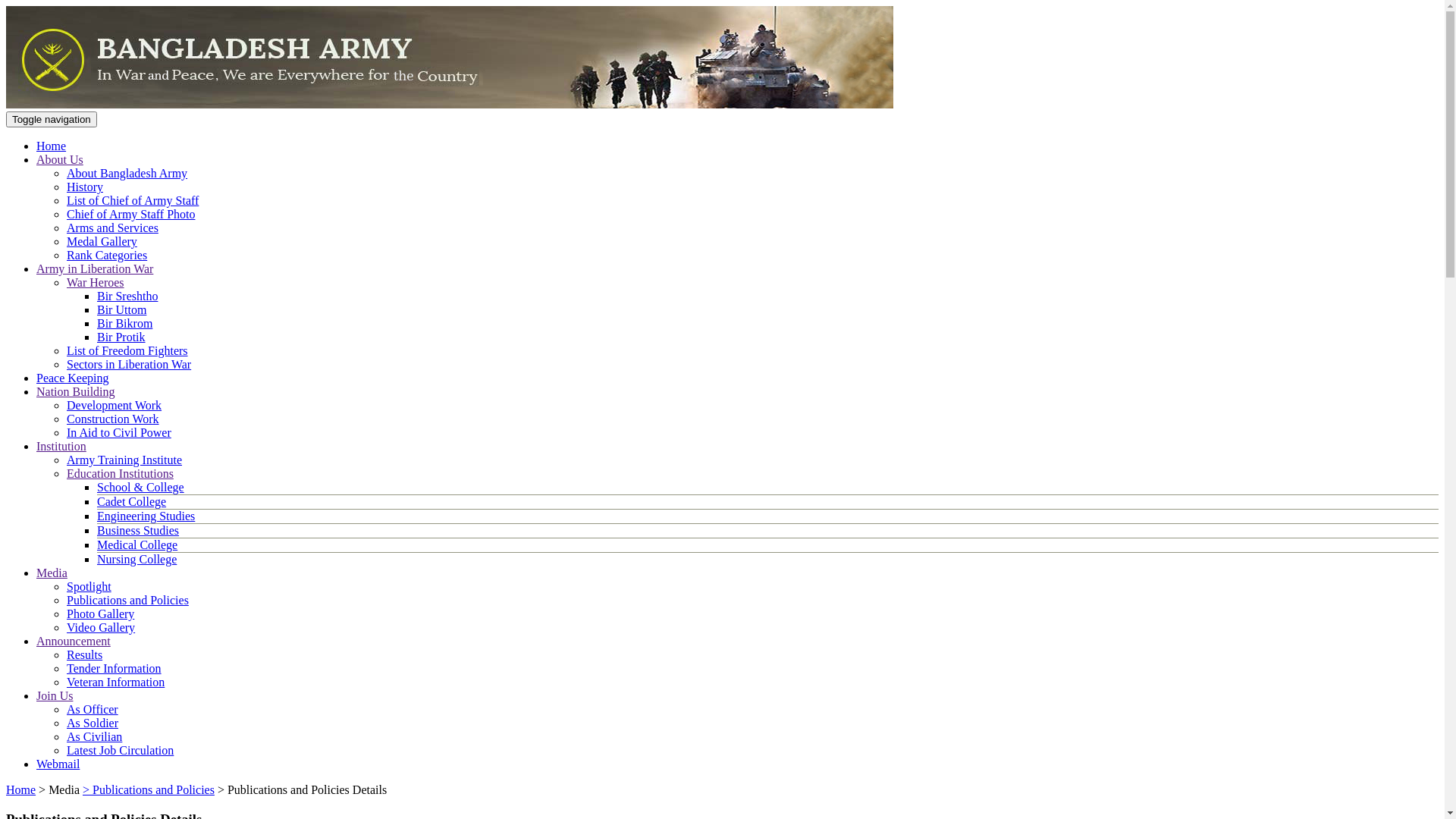 This screenshot has width=1456, height=819. I want to click on 'Sectors in Liberation War', so click(128, 364).